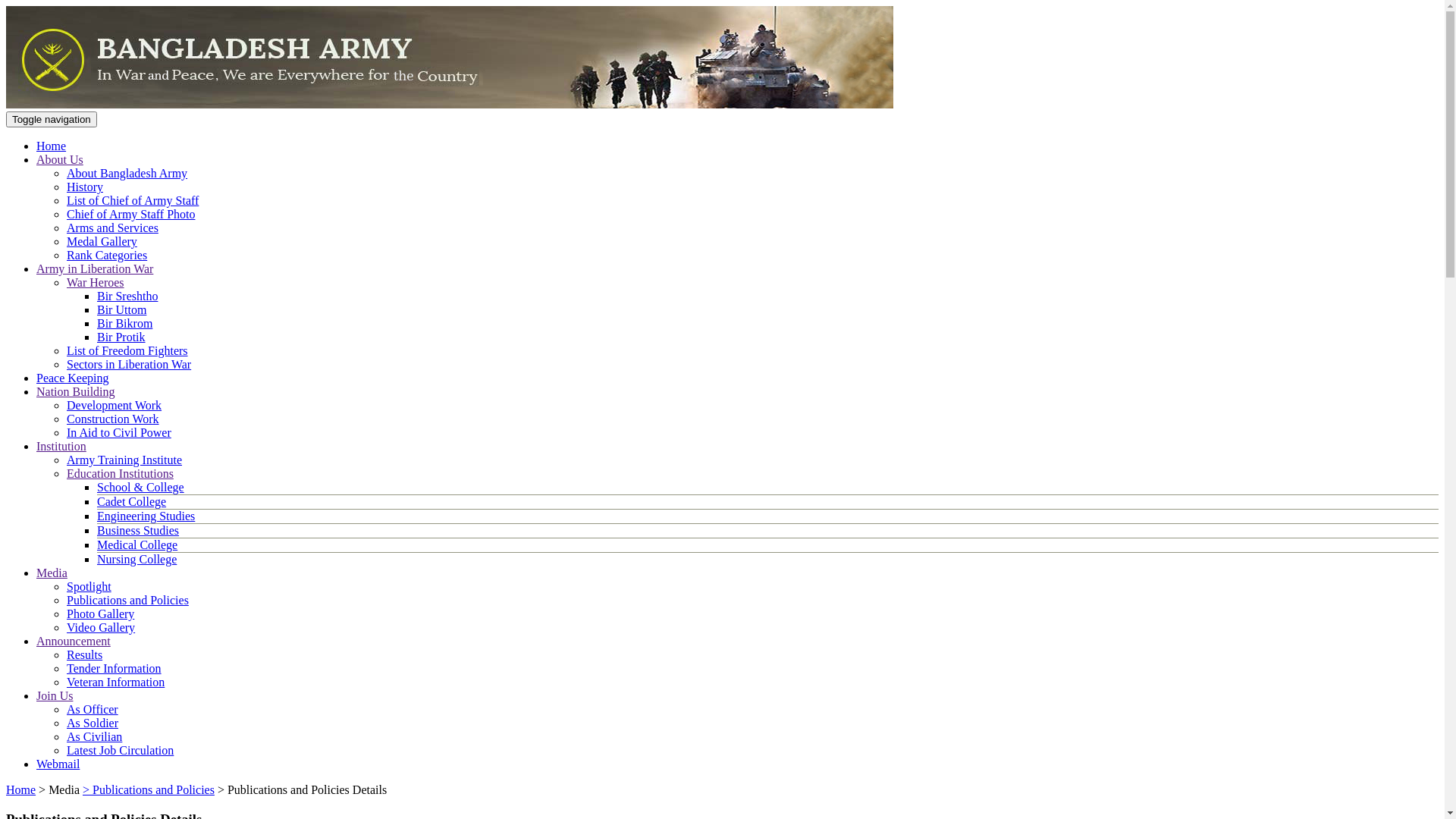 This screenshot has width=1456, height=819. I want to click on 'Sectors in Liberation War', so click(128, 364).